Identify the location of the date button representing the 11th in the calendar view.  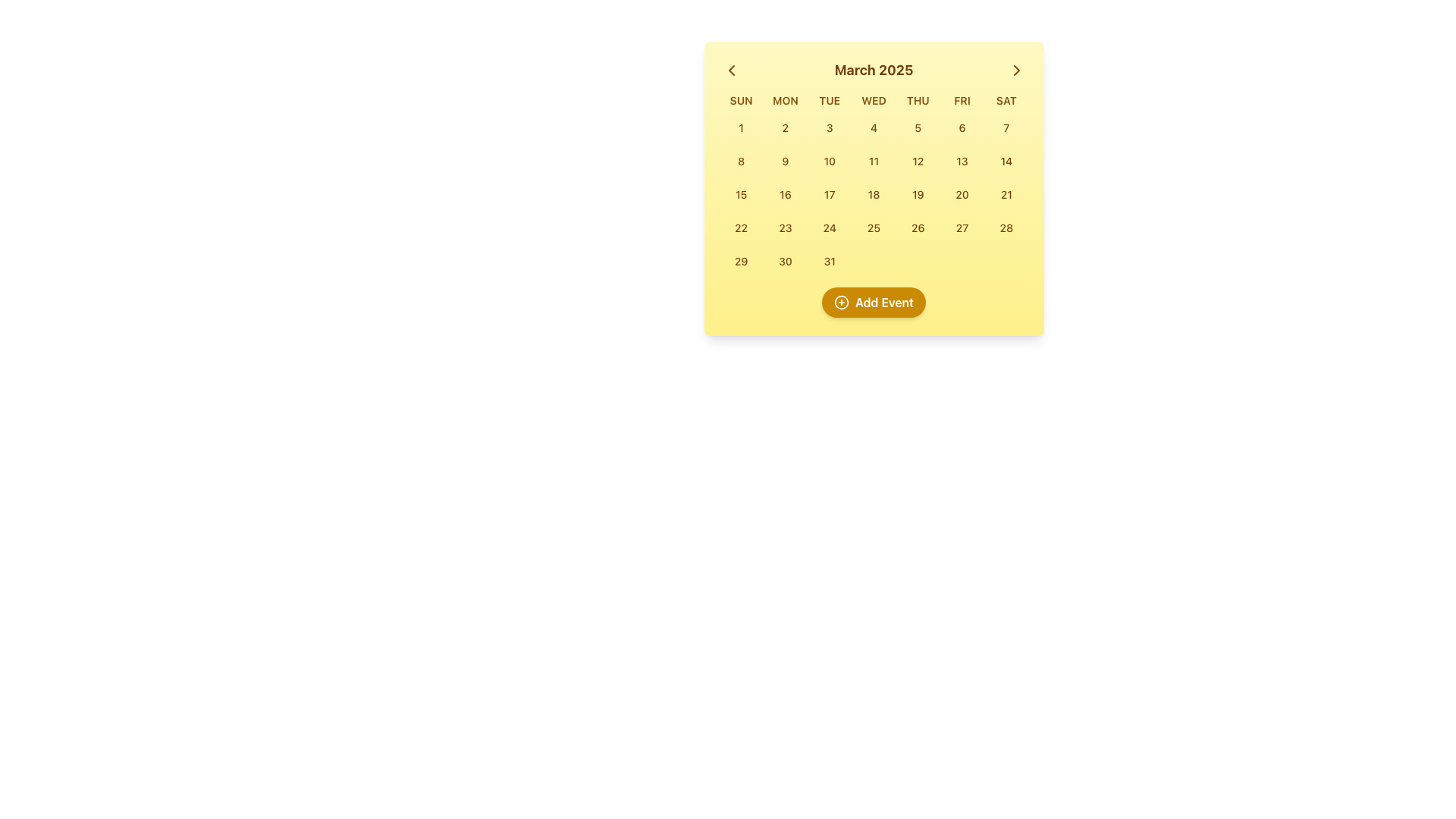
(874, 161).